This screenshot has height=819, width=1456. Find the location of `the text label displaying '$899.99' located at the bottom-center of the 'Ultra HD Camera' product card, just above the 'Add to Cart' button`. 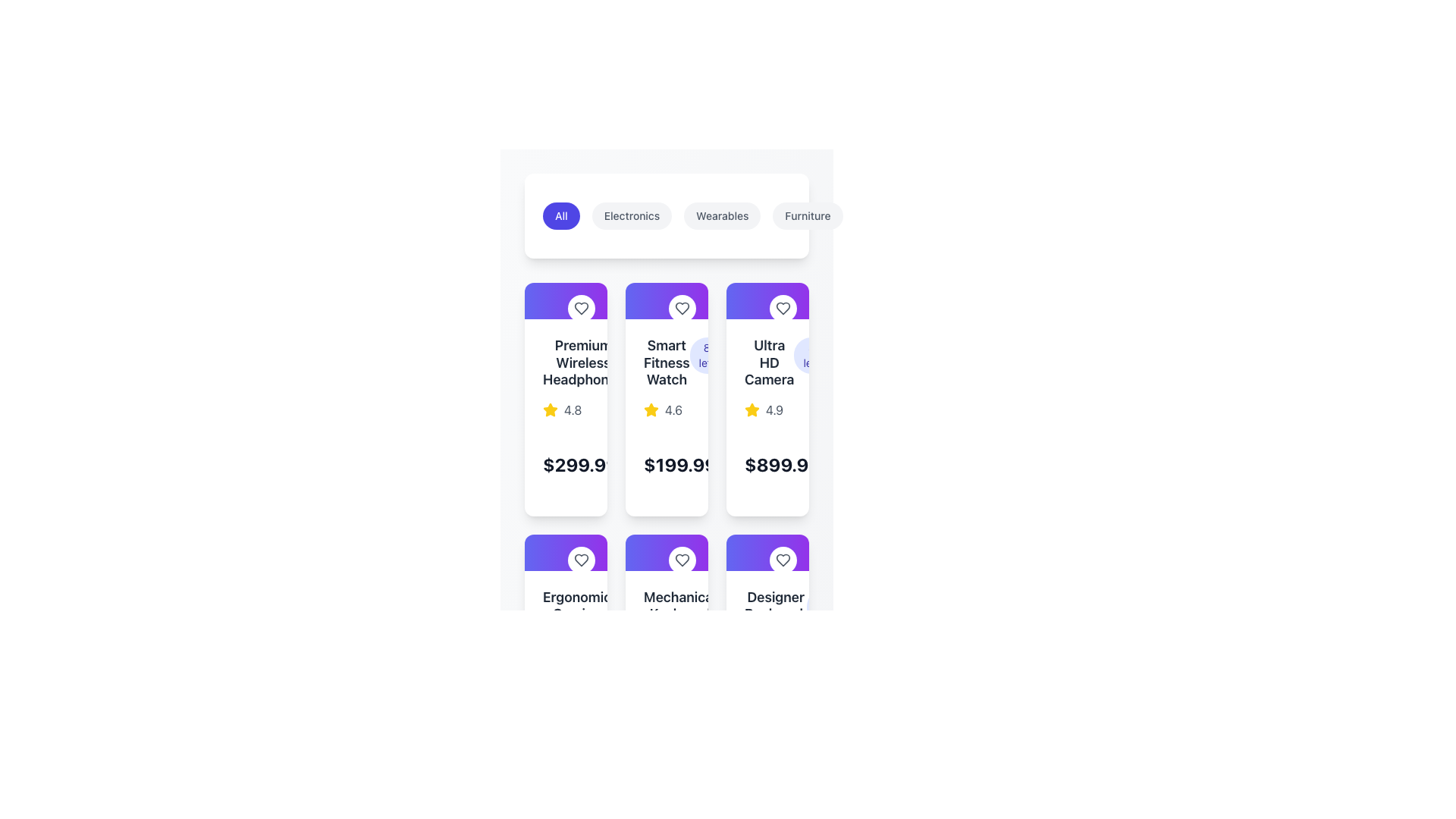

the text label displaying '$899.99' located at the bottom-center of the 'Ultra HD Camera' product card, just above the 'Add to Cart' button is located at coordinates (767, 463).